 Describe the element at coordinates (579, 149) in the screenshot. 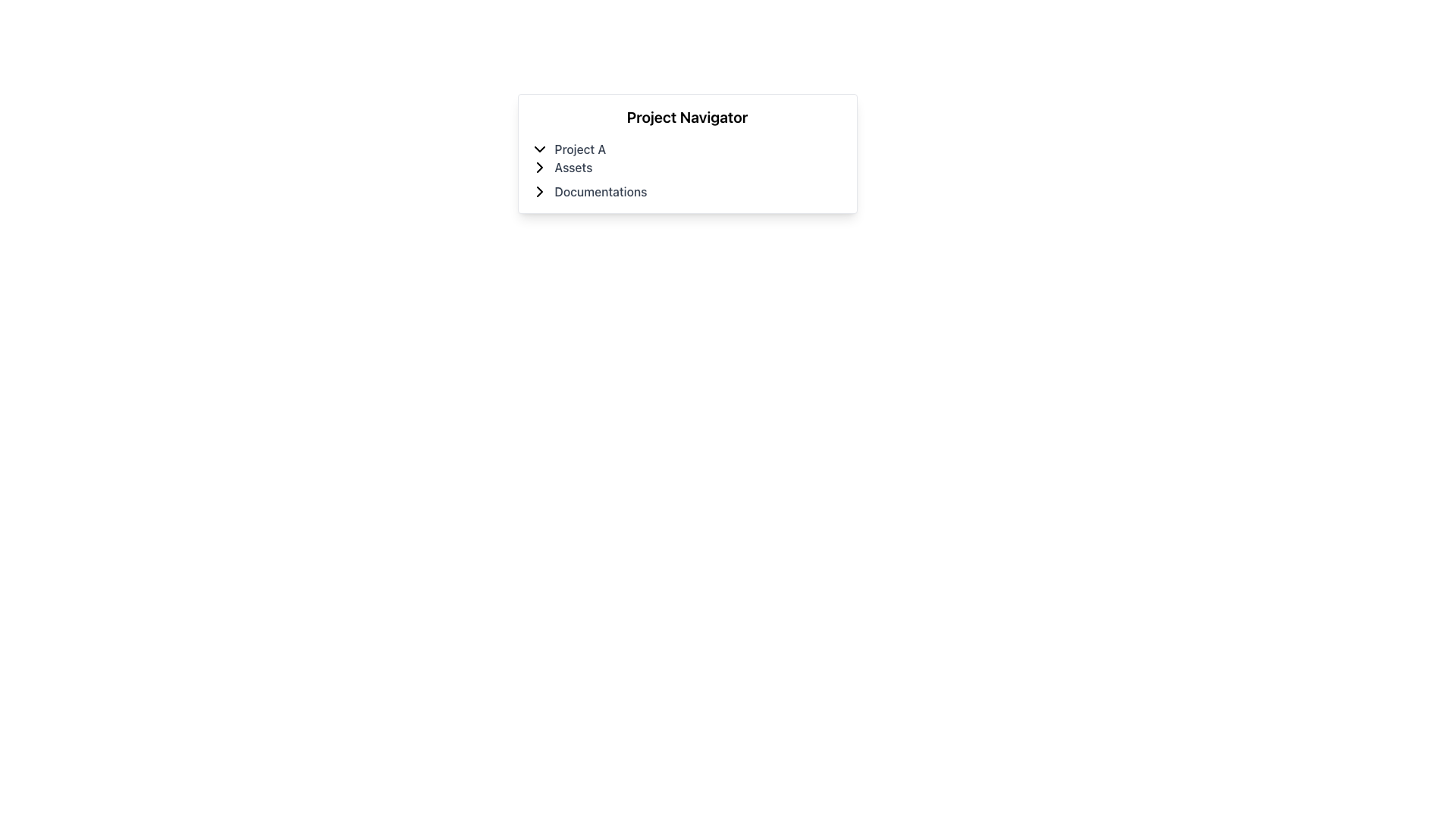

I see `the text label displaying 'Project A', which is styled with medium font weight and gray color, located to the right of an arrow icon at the top of a dropdown menu` at that location.